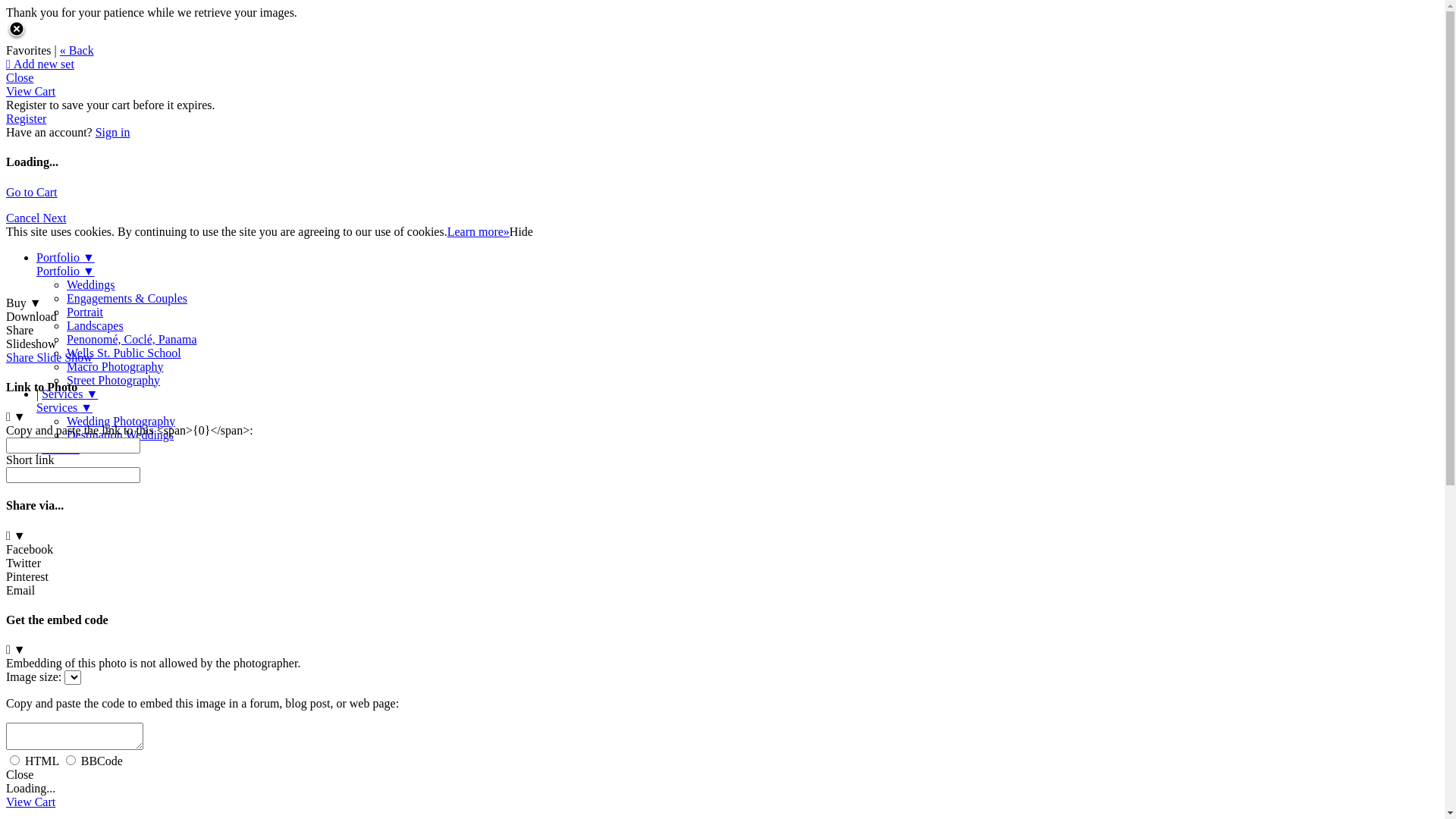  Describe the element at coordinates (19, 77) in the screenshot. I see `'Close'` at that location.